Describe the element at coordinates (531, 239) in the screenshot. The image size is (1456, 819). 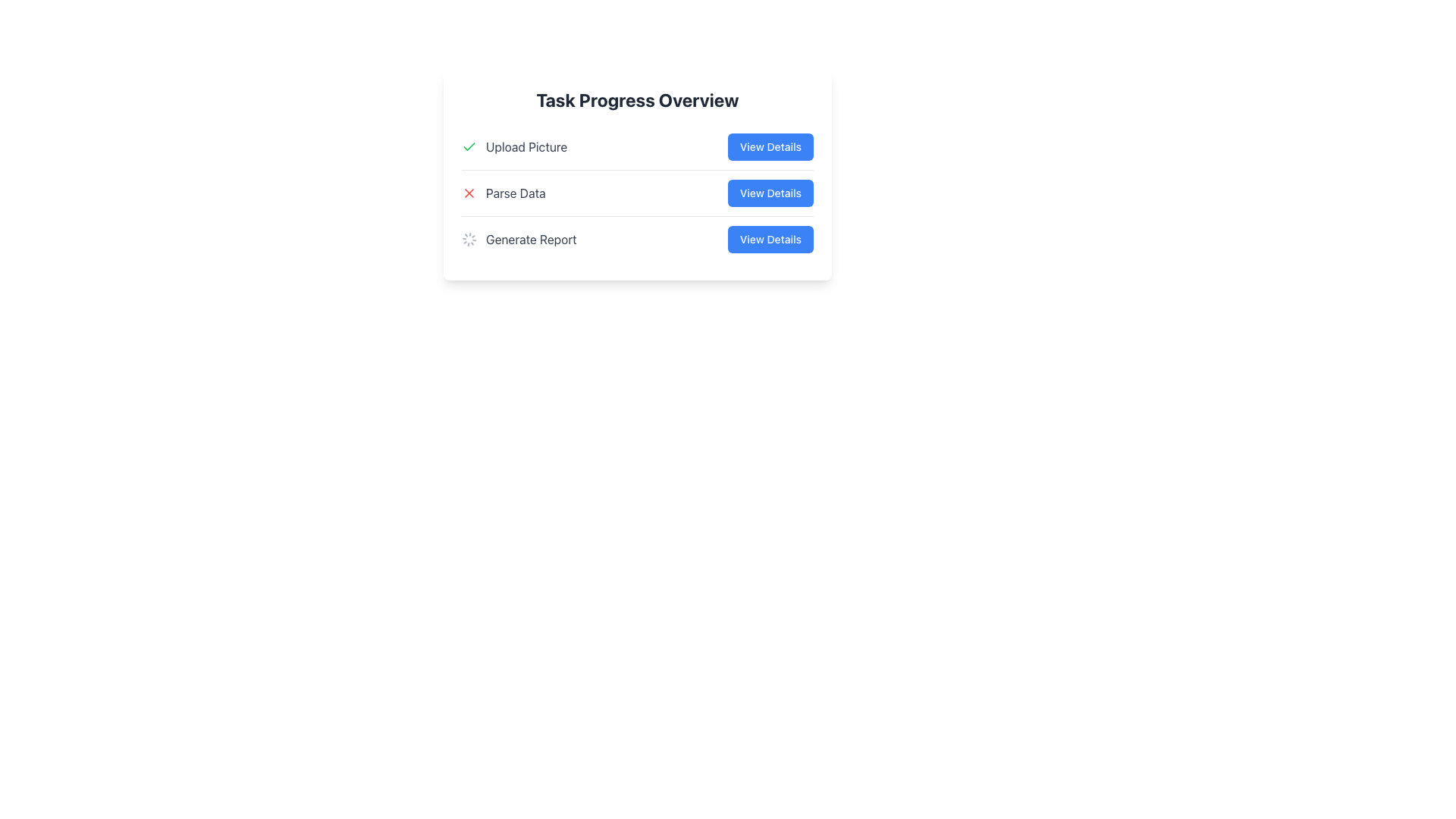
I see `the 'Generate Report' text label, which is gray and located in the 'Task Progress Overview' panel below 'Upload Picture' and 'Parse Data'` at that location.